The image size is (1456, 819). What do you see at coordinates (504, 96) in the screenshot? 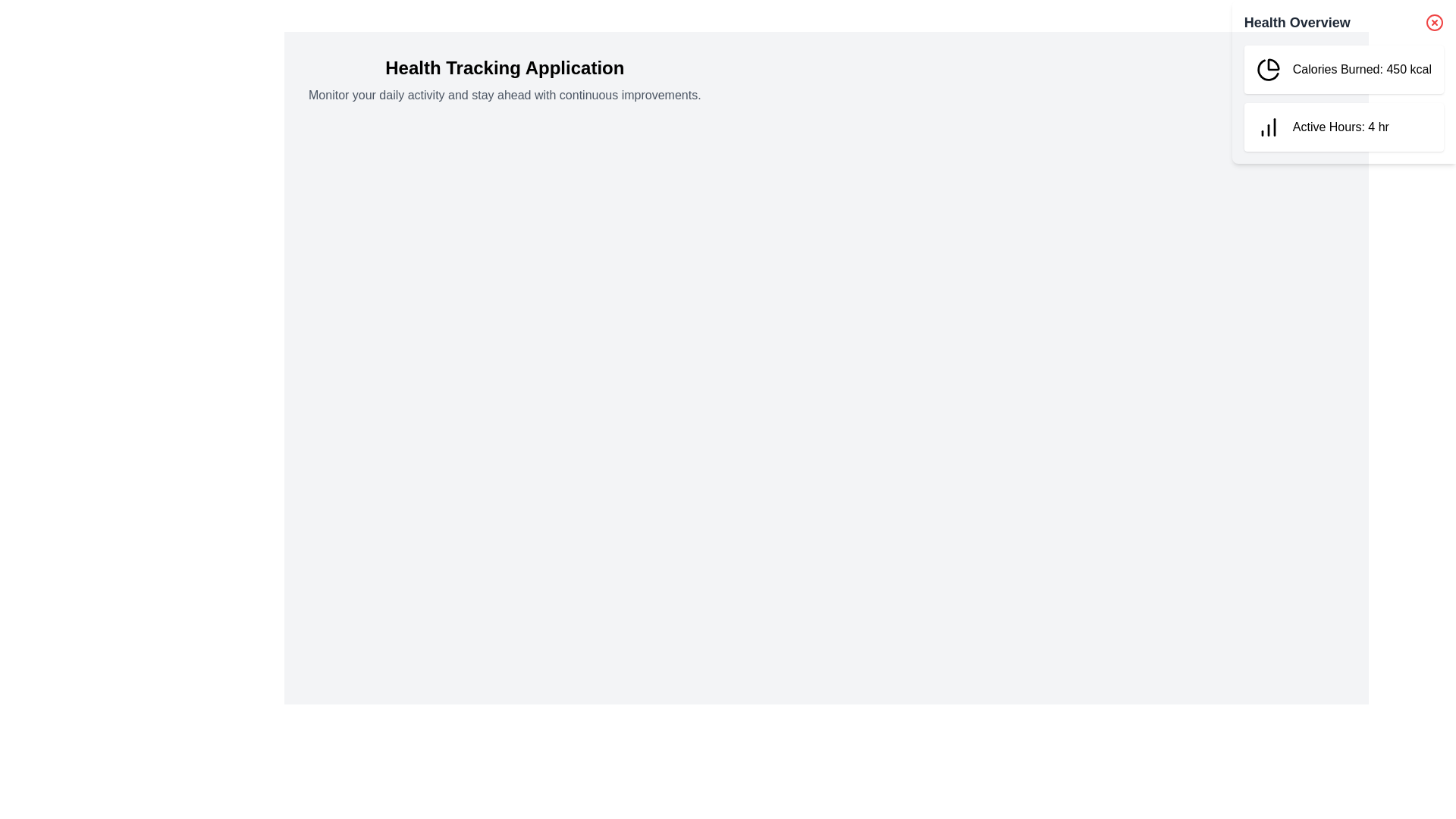
I see `the descriptive text label that provides guidance about the Health Tracking Application, positioned below the heading` at bounding box center [504, 96].